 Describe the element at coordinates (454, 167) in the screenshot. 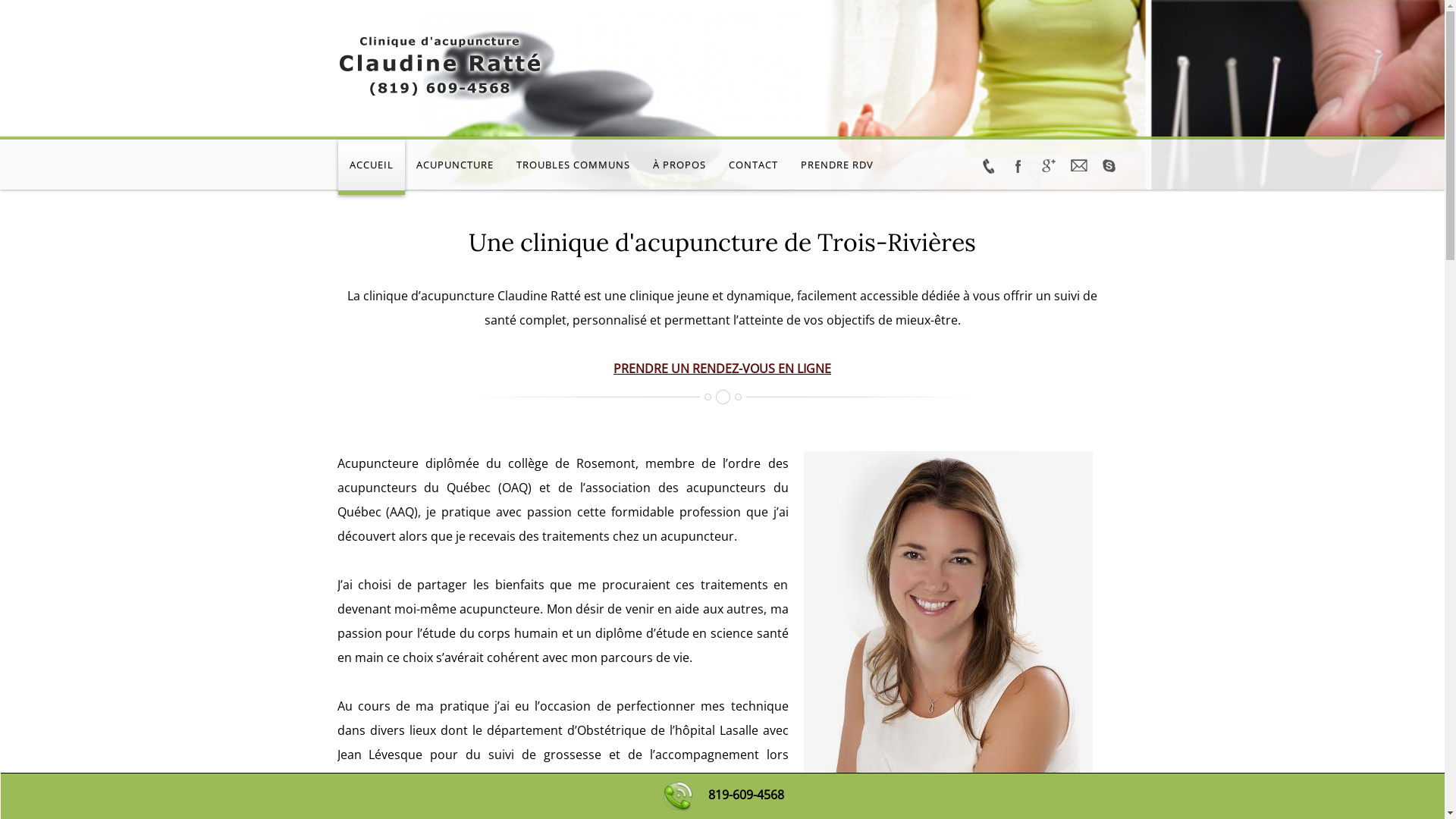

I see `'ACUPUNCTURE'` at that location.